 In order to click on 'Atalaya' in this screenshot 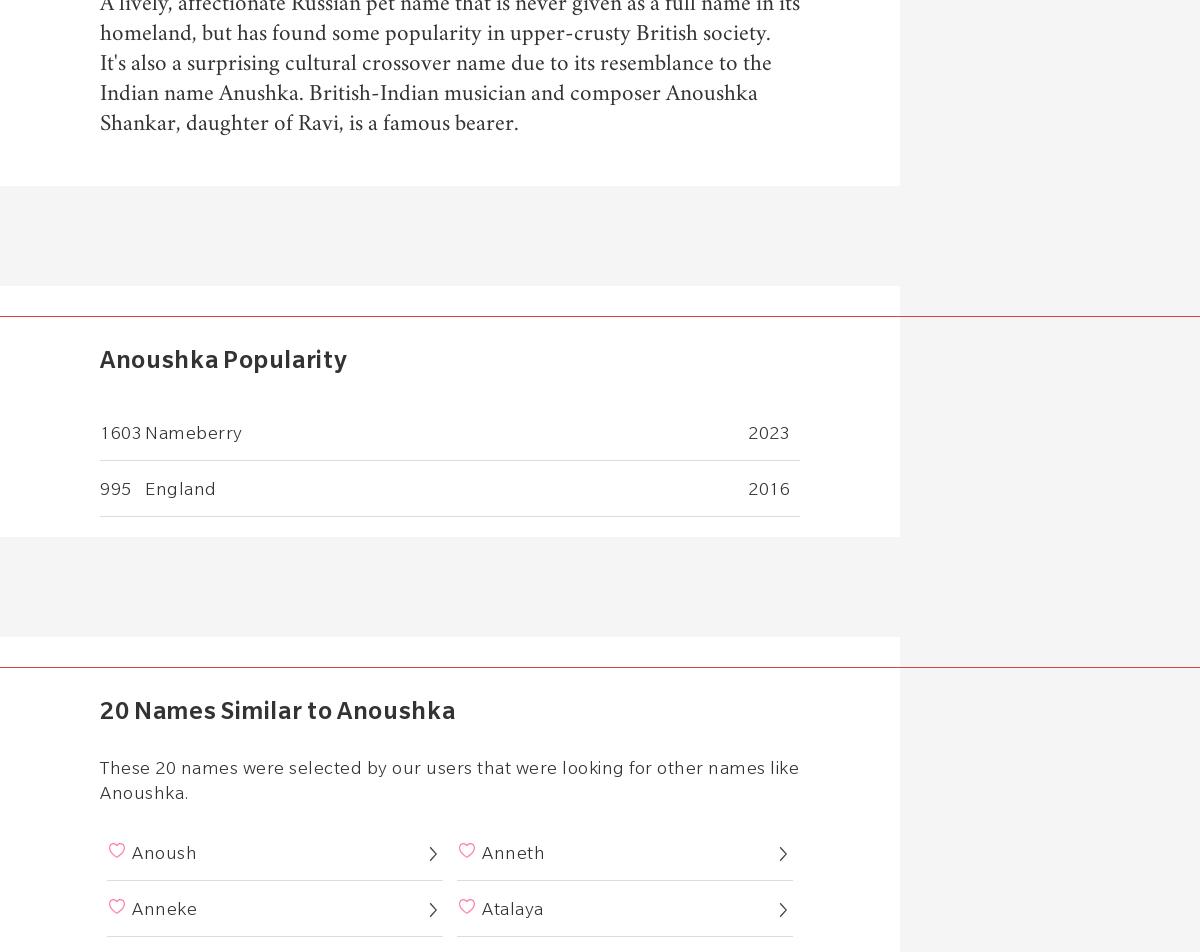, I will do `click(511, 908)`.